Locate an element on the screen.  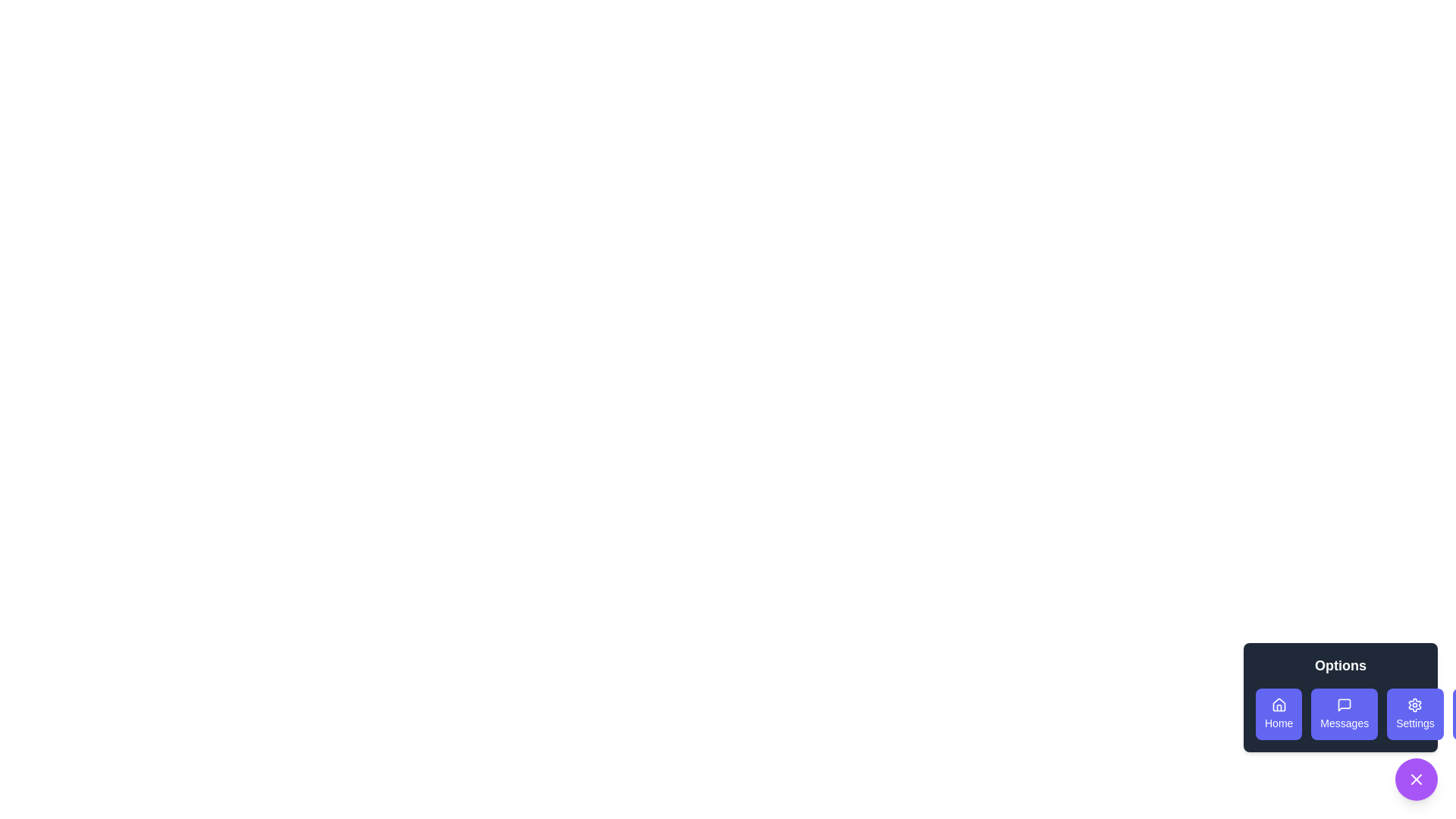
the 'Messages' text label, which is styled with a light font and positioned below a chat bubble icon, within a rectangular button with a blue background is located at coordinates (1345, 722).